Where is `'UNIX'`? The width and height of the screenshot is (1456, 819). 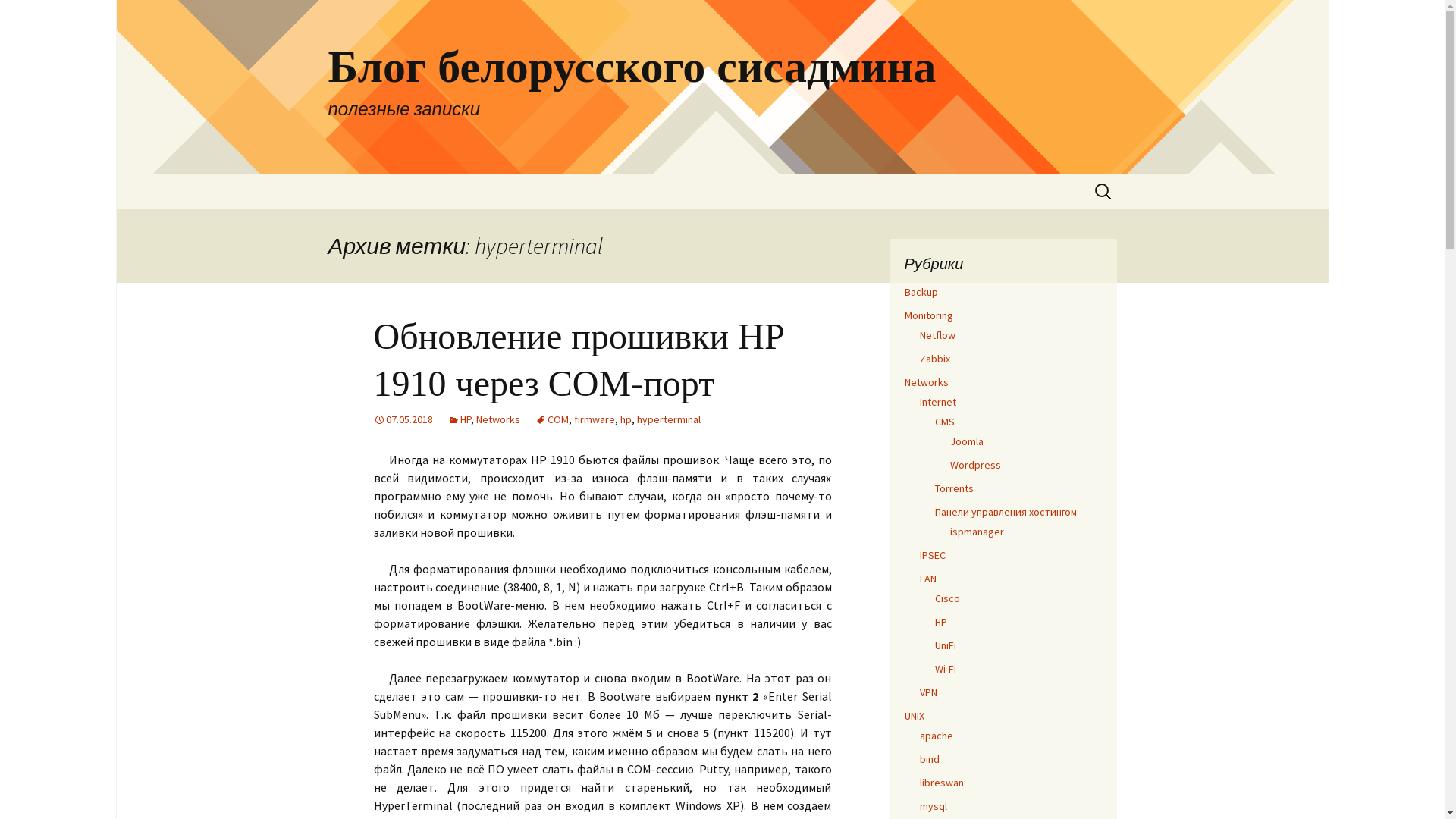
'UNIX' is located at coordinates (912, 716).